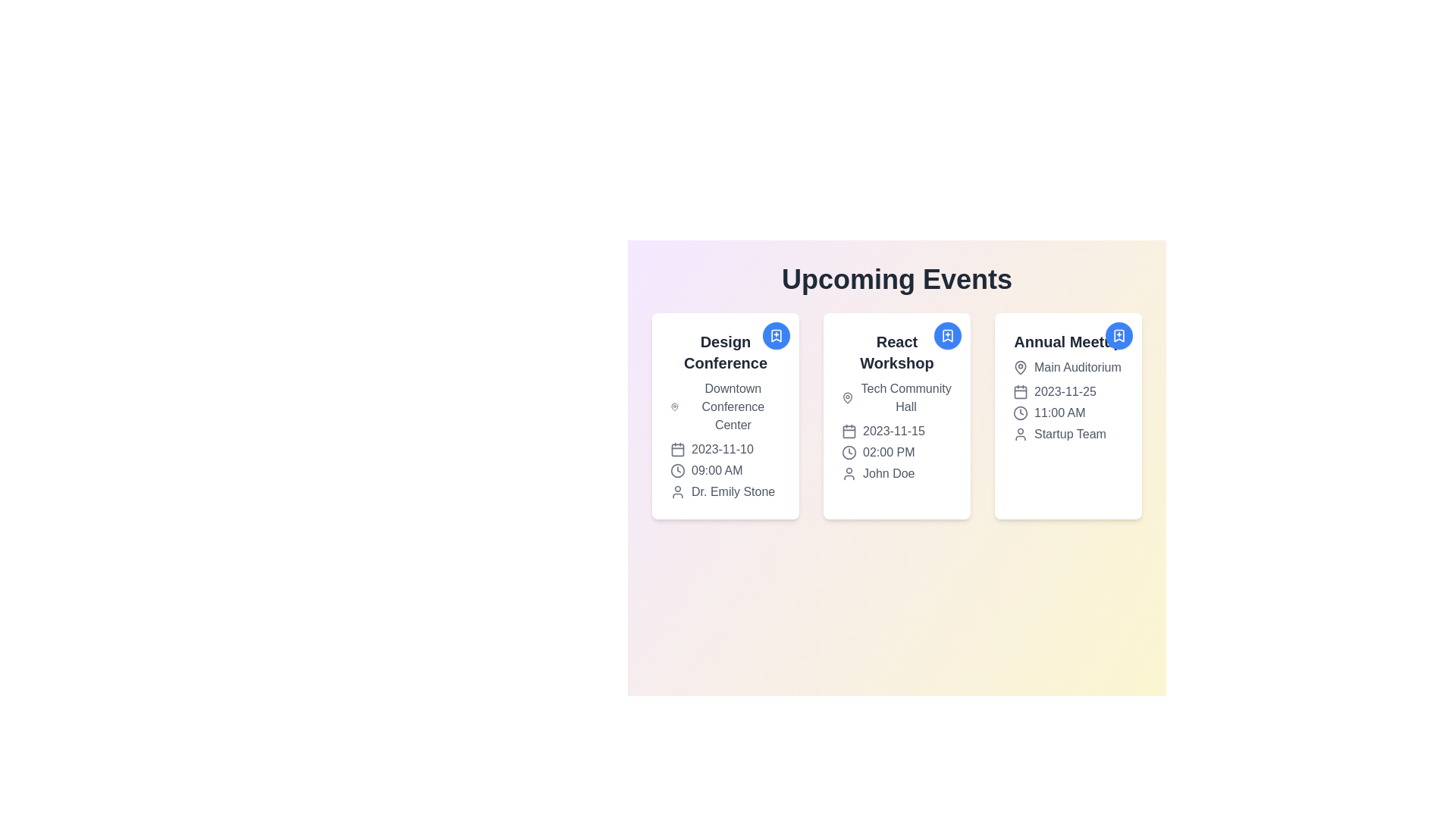 The height and width of the screenshot is (819, 1456). Describe the element at coordinates (1119, 335) in the screenshot. I see `the bookmark button located in the top-right corner of the third event card titled 'Annual Meetup'` at that location.